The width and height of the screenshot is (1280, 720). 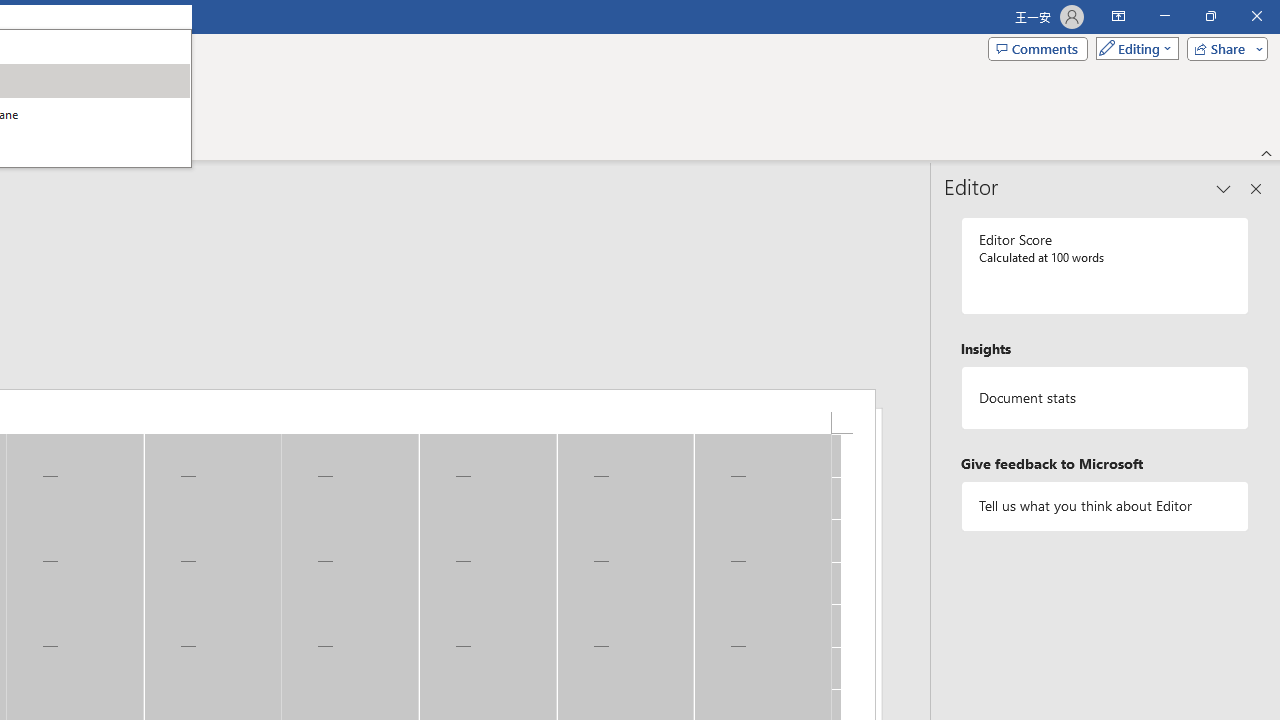 I want to click on 'Close', so click(x=1255, y=16).